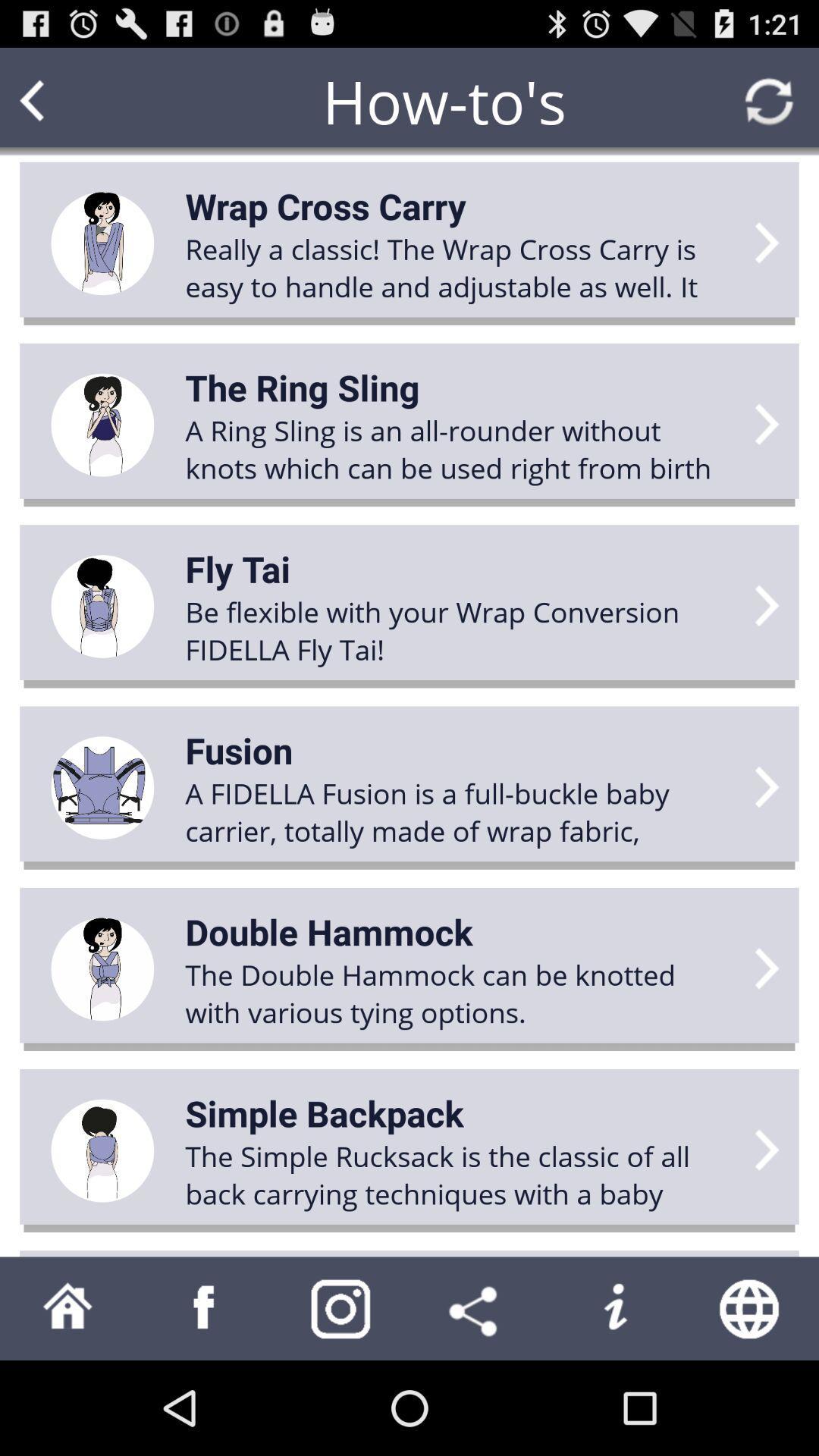  I want to click on the app below the the double hammock item, so click(324, 1113).